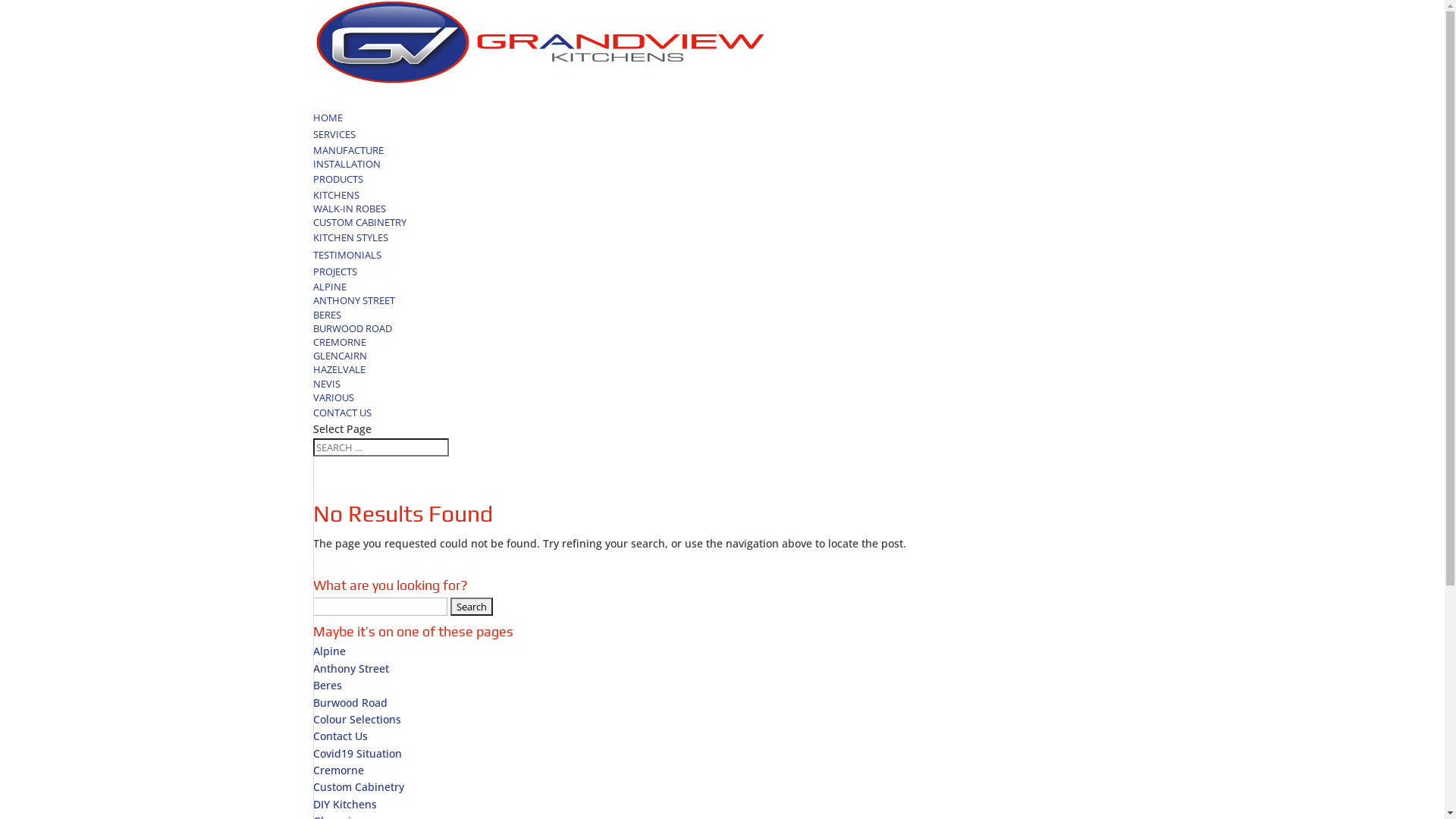 The width and height of the screenshot is (1456, 819). What do you see at coordinates (344, 803) in the screenshot?
I see `'DIY Kitchens'` at bounding box center [344, 803].